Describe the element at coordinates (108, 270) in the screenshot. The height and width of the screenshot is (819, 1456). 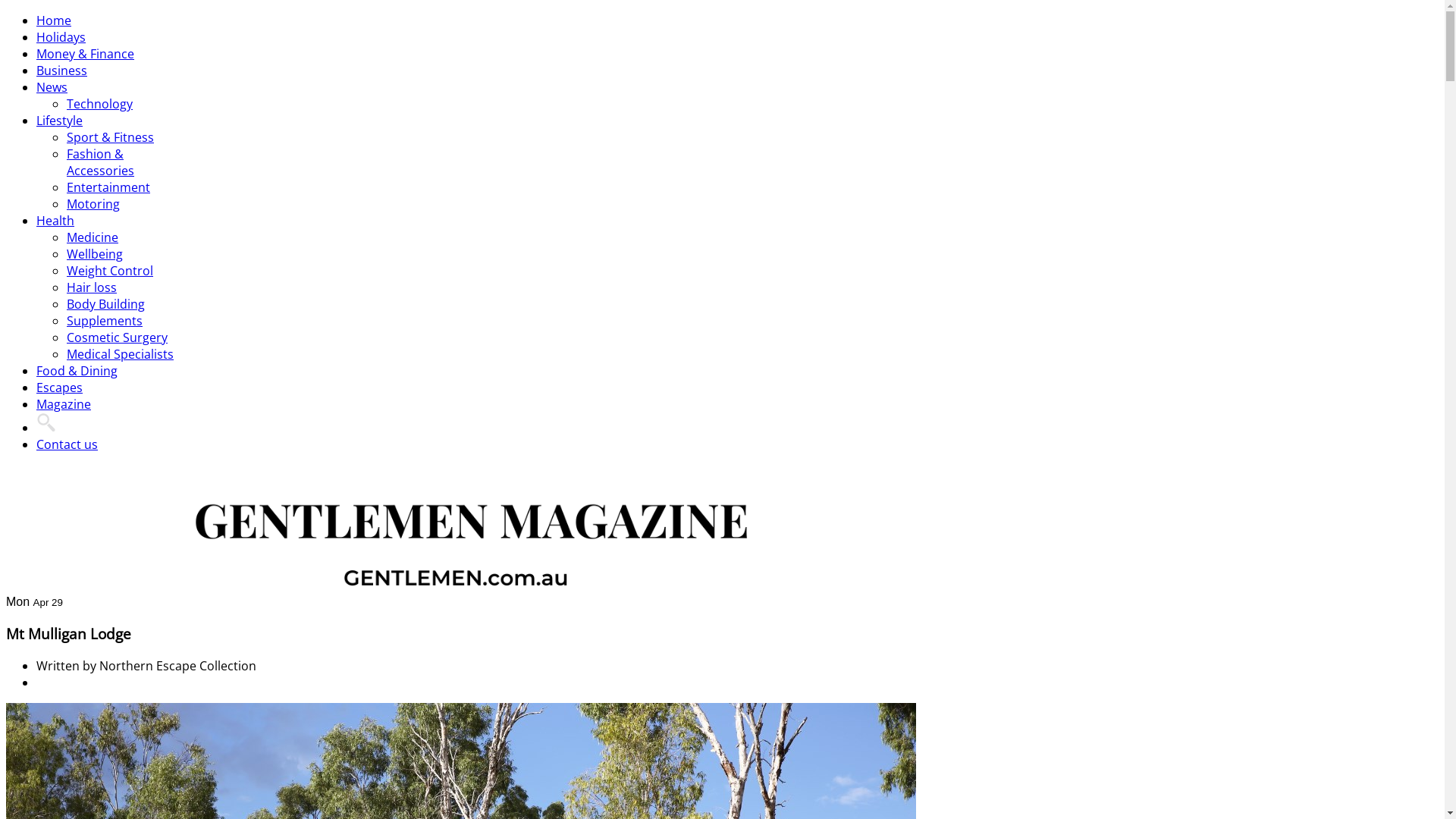
I see `'Weight Control'` at that location.